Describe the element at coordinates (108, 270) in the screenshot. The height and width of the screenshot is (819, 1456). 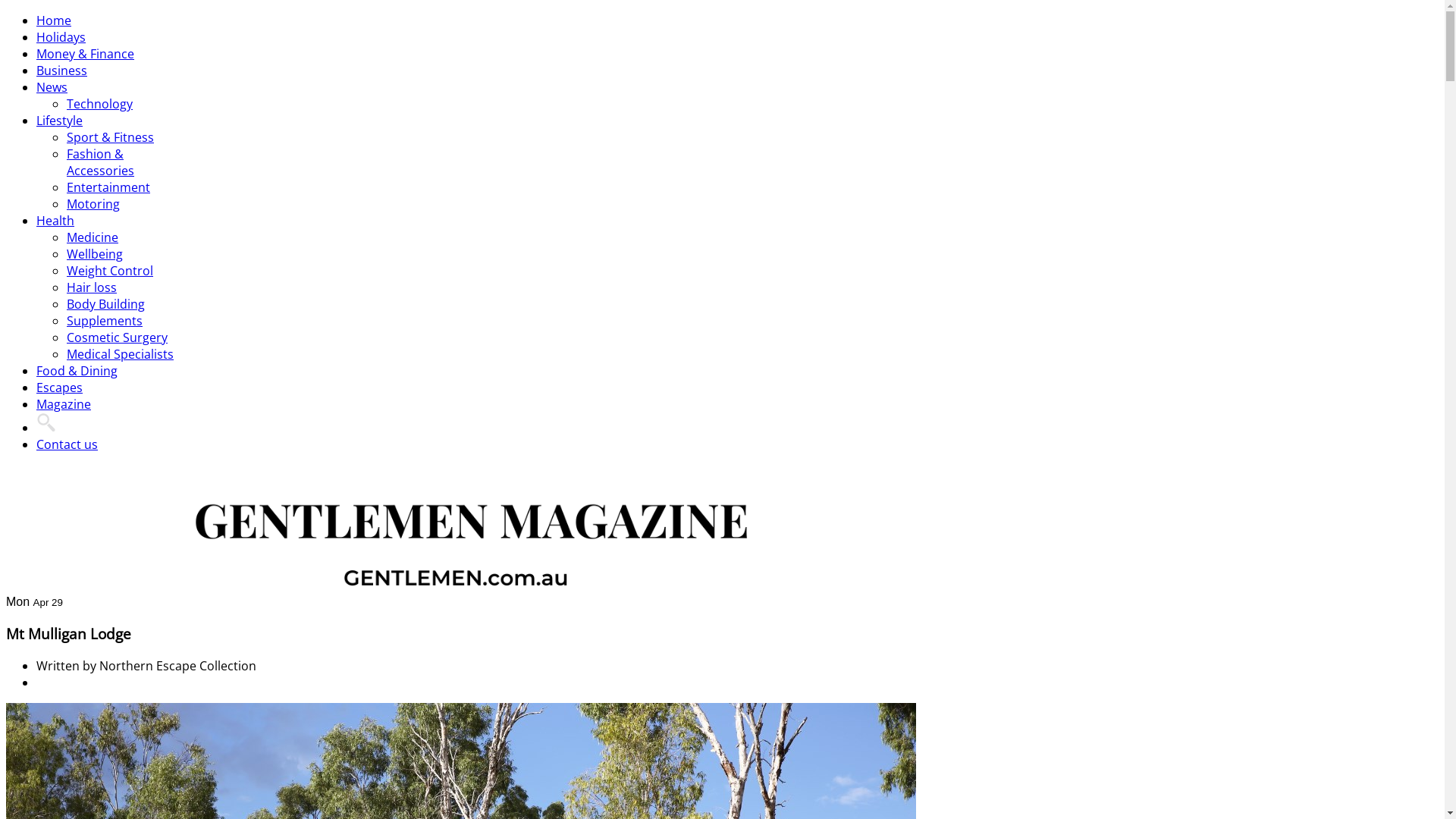
I see `'Weight Control'` at that location.